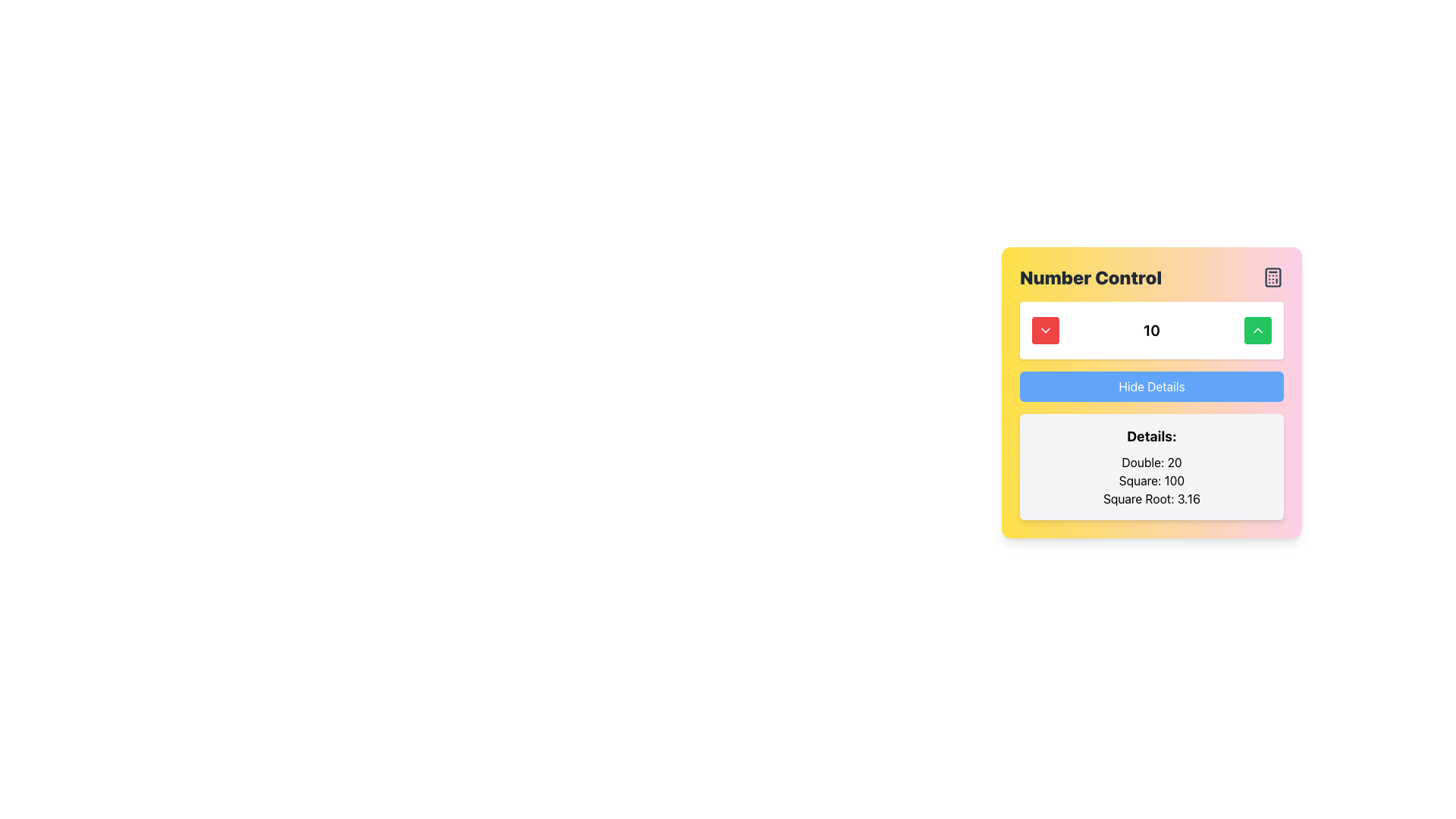 This screenshot has height=819, width=1456. Describe the element at coordinates (1044, 329) in the screenshot. I see `the decrement button located in the 'Number Control' section` at that location.